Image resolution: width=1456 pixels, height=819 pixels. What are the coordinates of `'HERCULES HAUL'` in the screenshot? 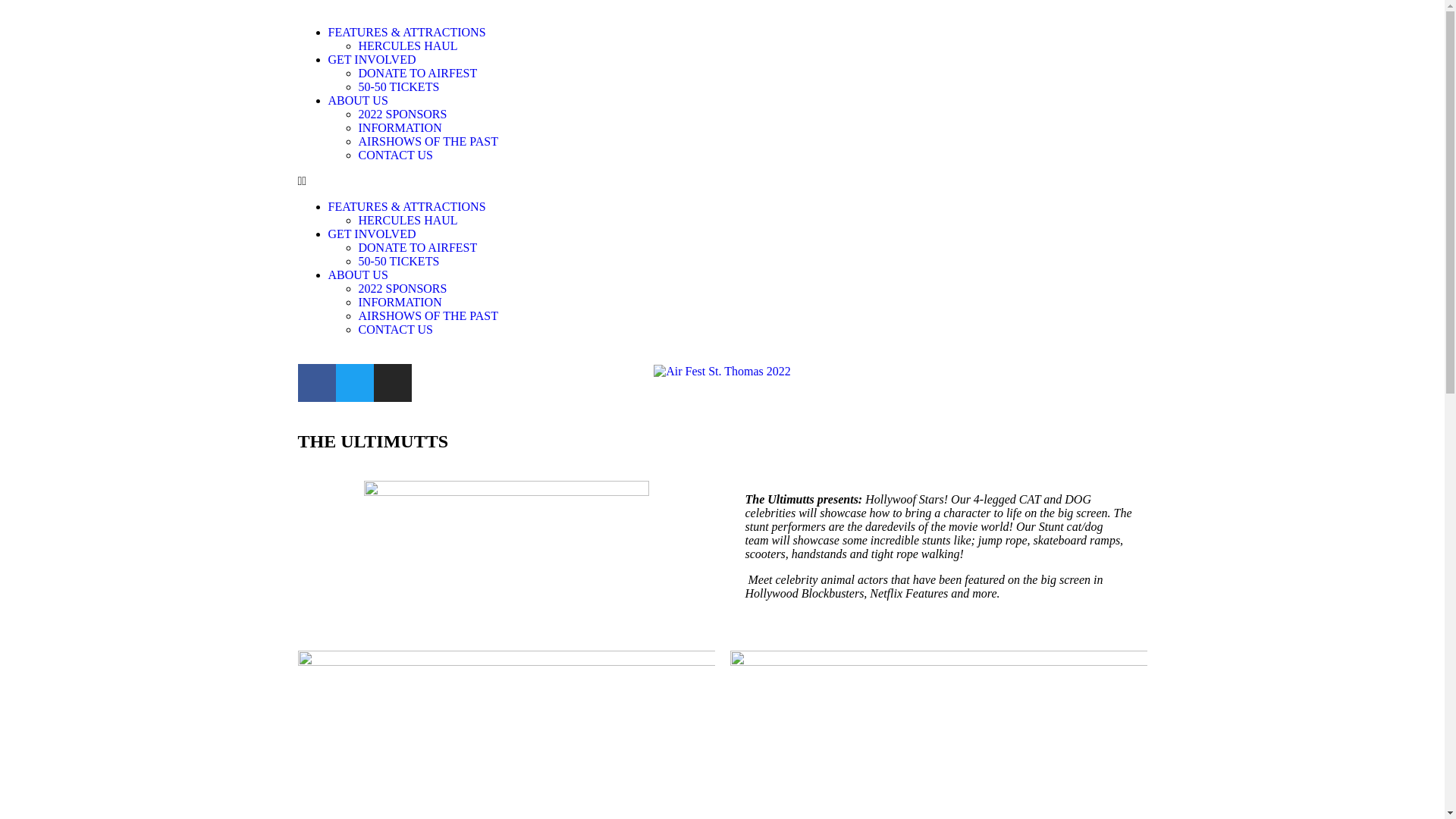 It's located at (407, 220).